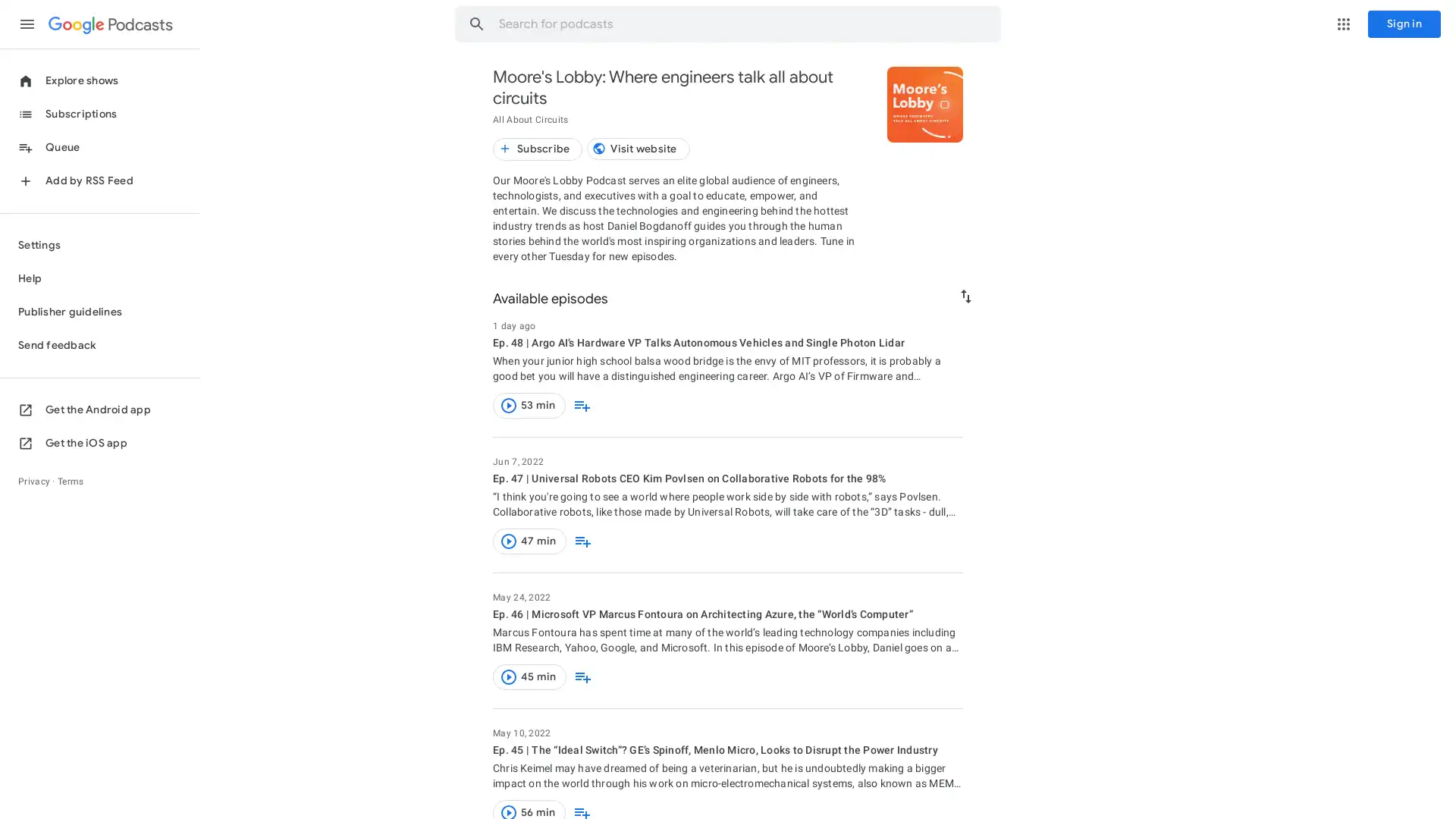 This screenshot has height=819, width=1456. I want to click on Add to queue, so click(581, 405).